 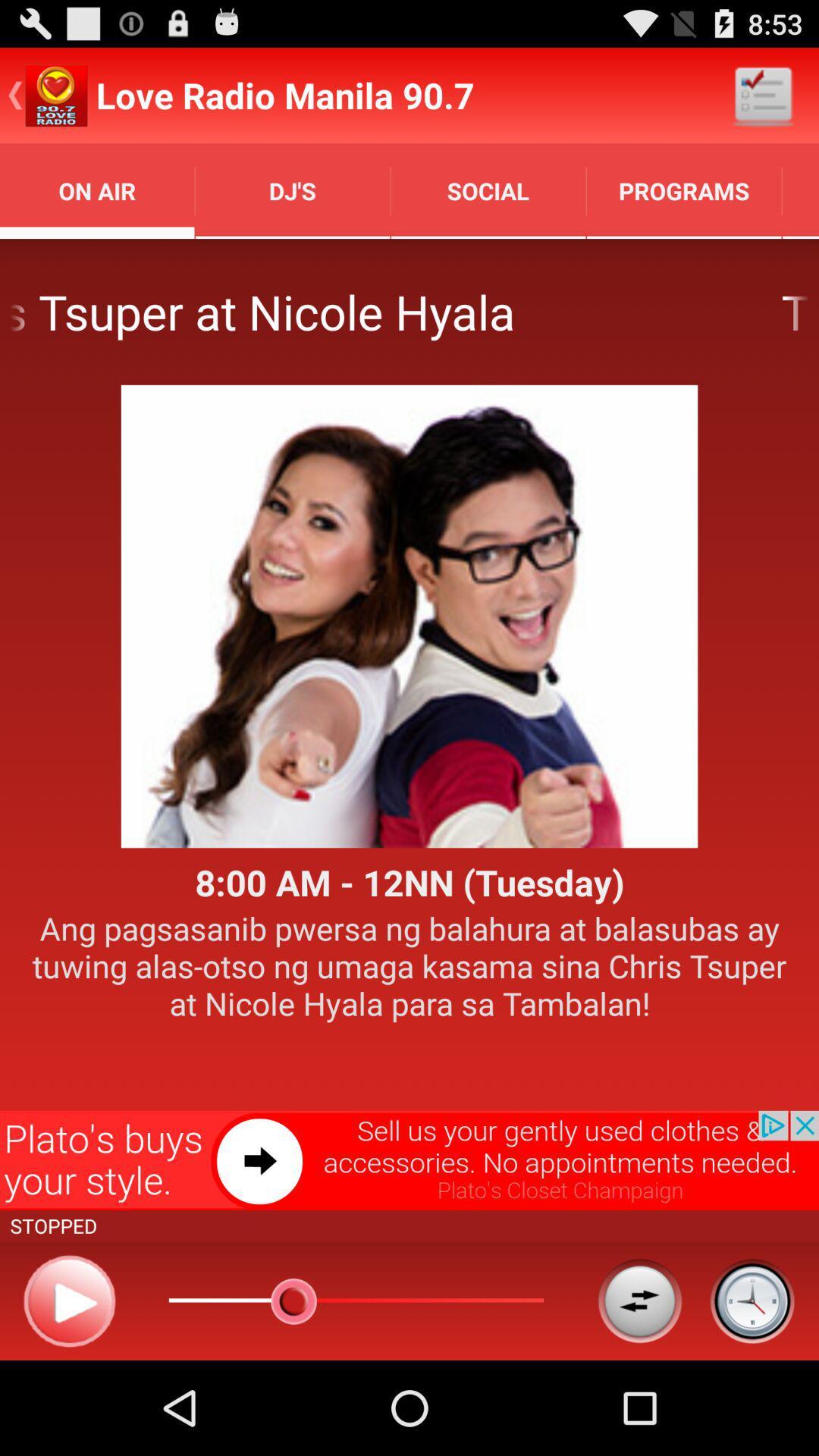 I want to click on show the hourly schedule, so click(x=752, y=1300).